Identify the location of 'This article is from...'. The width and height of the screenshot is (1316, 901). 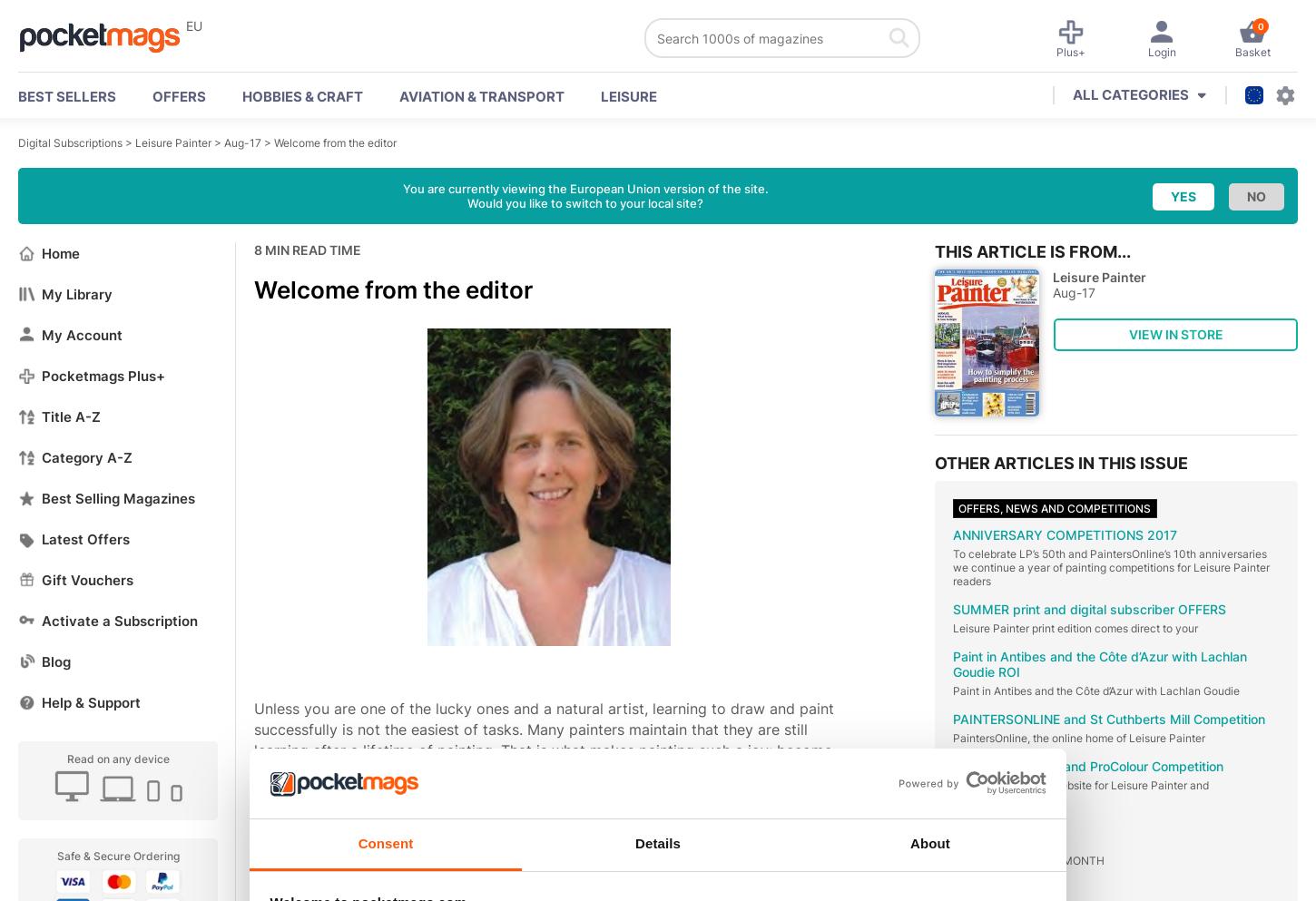
(1031, 251).